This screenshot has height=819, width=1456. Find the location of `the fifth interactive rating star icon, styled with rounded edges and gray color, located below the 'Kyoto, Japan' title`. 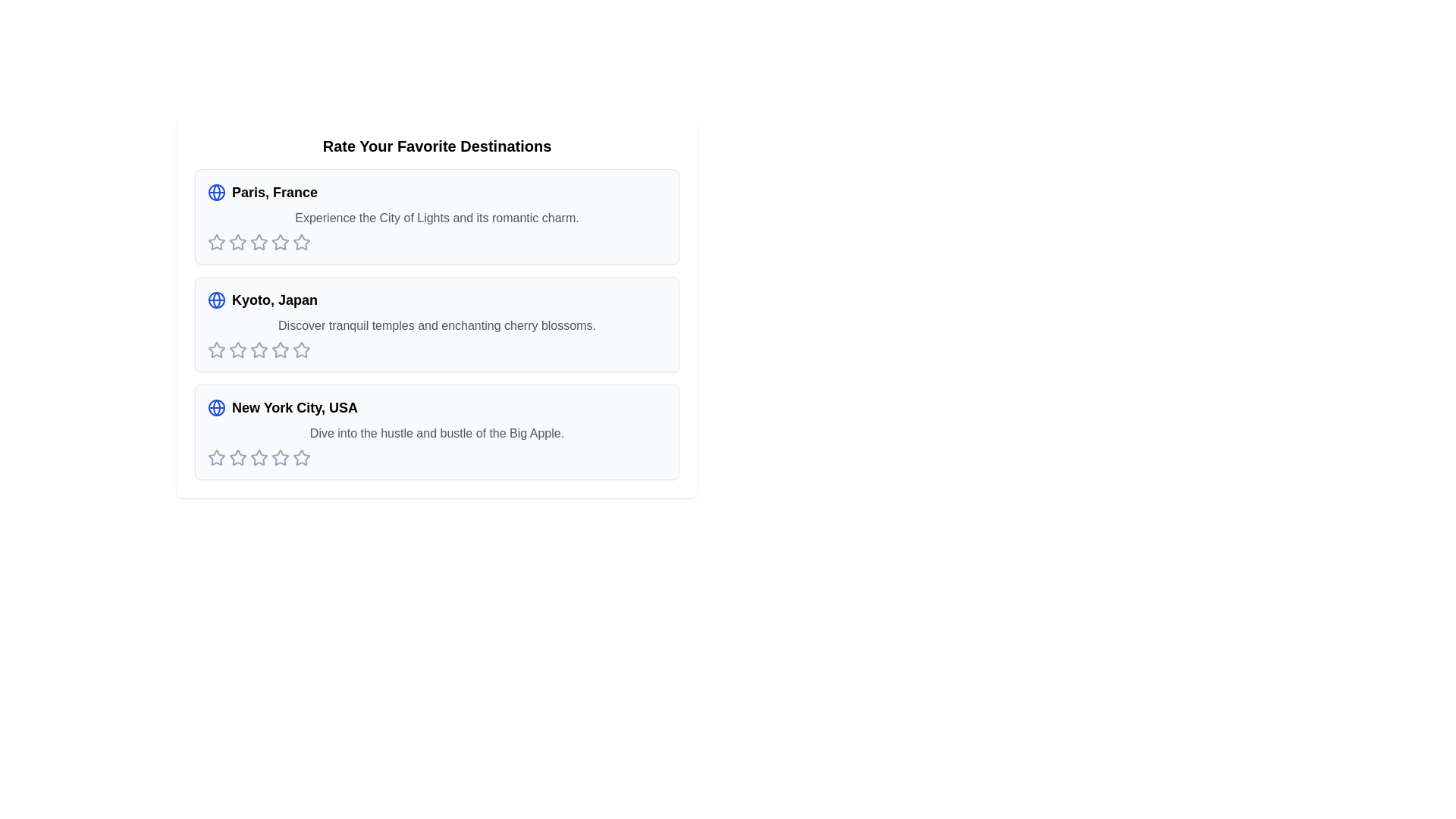

the fifth interactive rating star icon, styled with rounded edges and gray color, located below the 'Kyoto, Japan' title is located at coordinates (280, 350).